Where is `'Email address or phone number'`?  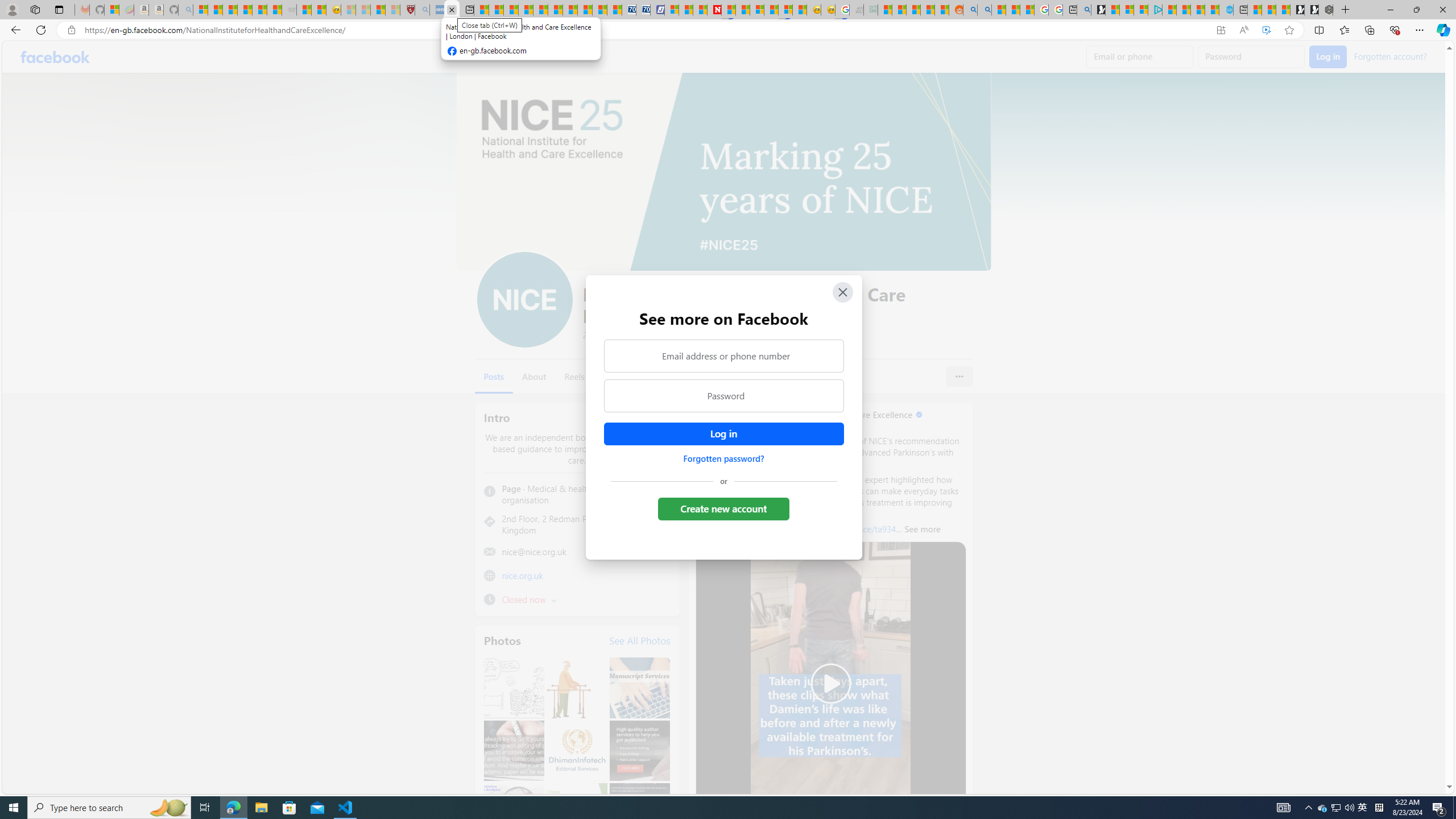 'Email address or phone number' is located at coordinates (723, 355).